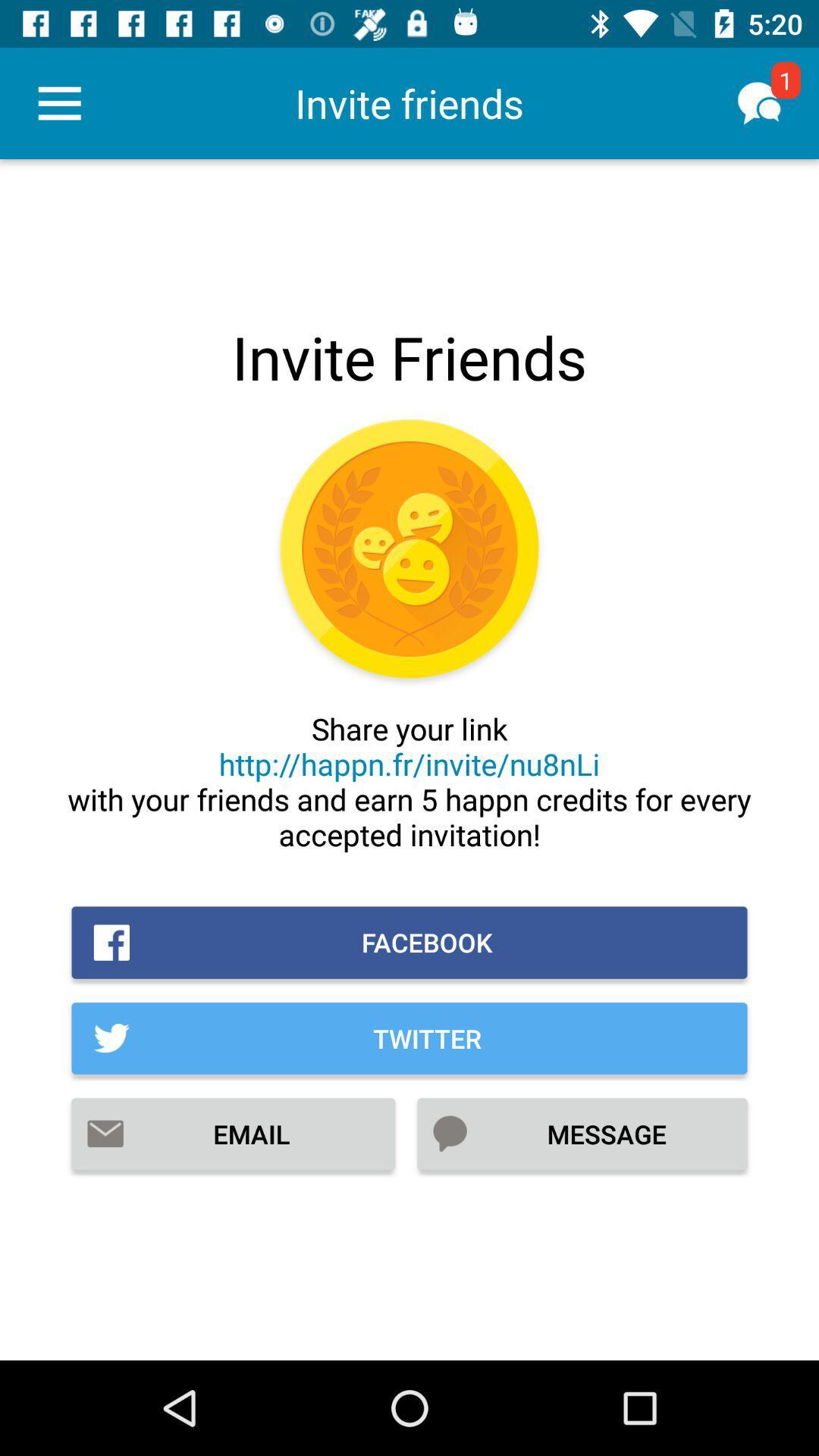  I want to click on the item below share your link icon, so click(409, 942).